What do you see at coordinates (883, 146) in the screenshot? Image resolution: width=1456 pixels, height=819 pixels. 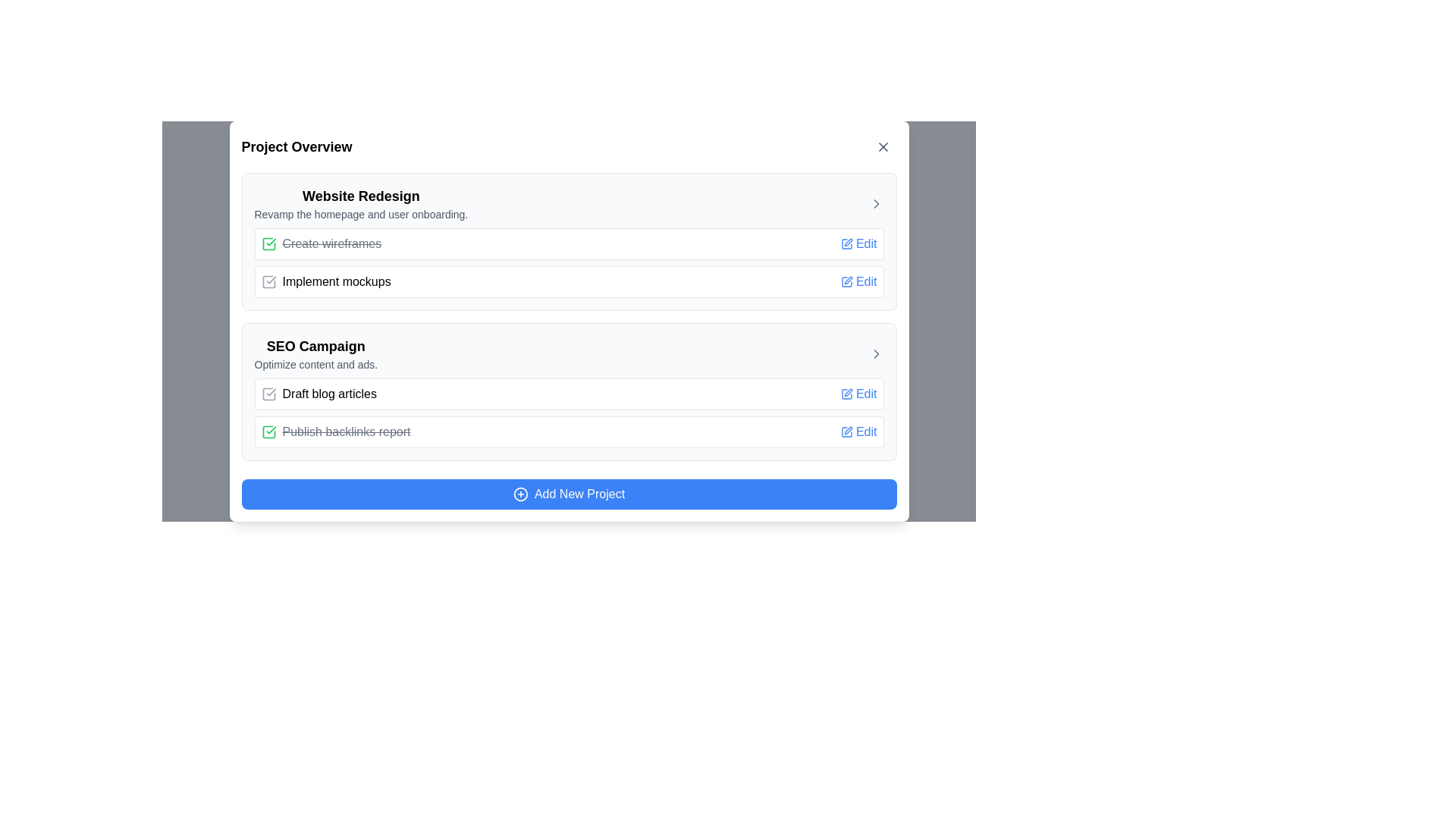 I see `the close button located in the top-right corner of the 'Project Overview' modal` at bounding box center [883, 146].